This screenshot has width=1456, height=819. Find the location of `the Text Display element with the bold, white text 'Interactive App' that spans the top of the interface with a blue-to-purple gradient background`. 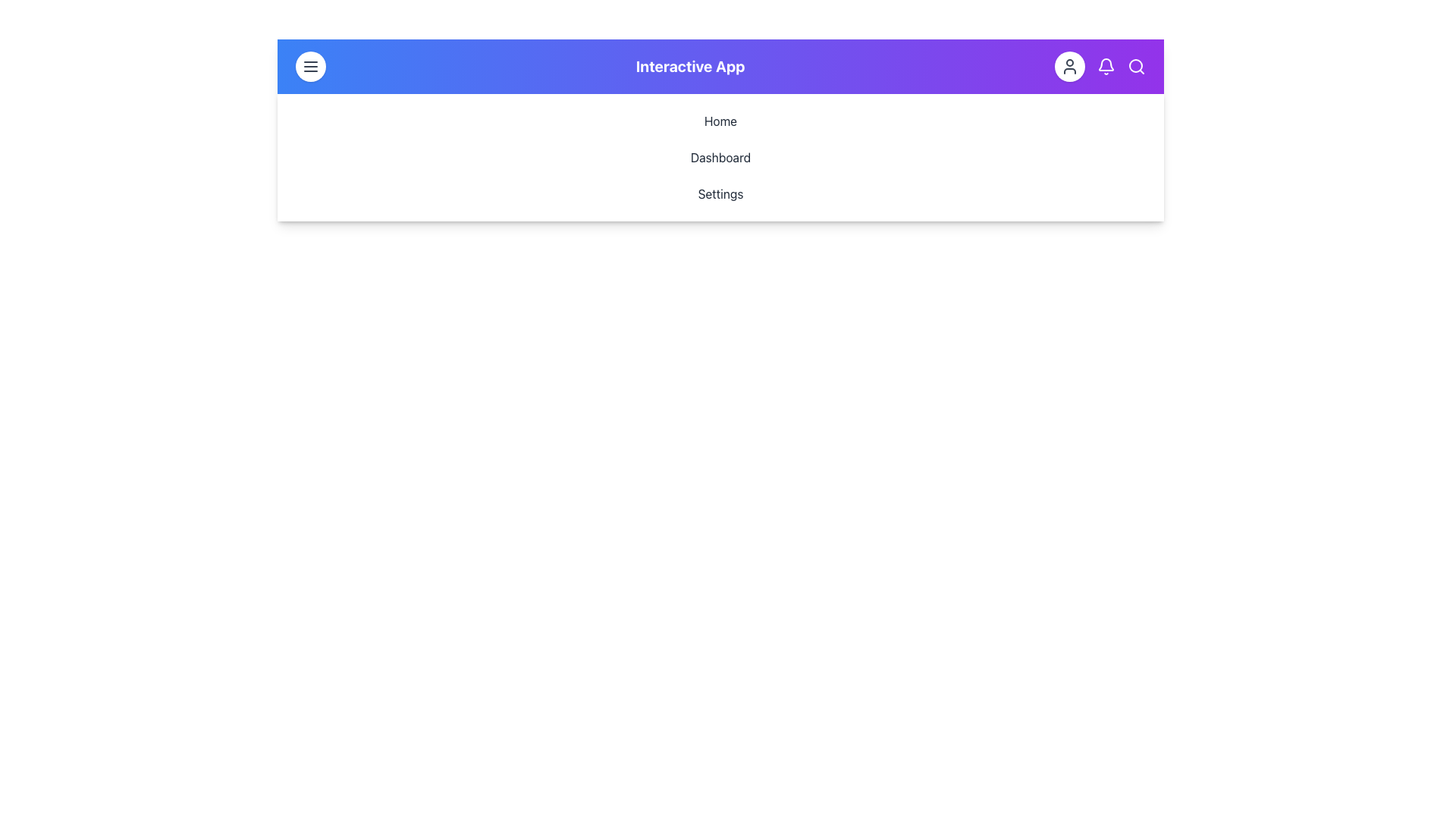

the Text Display element with the bold, white text 'Interactive App' that spans the top of the interface with a blue-to-purple gradient background is located at coordinates (720, 66).